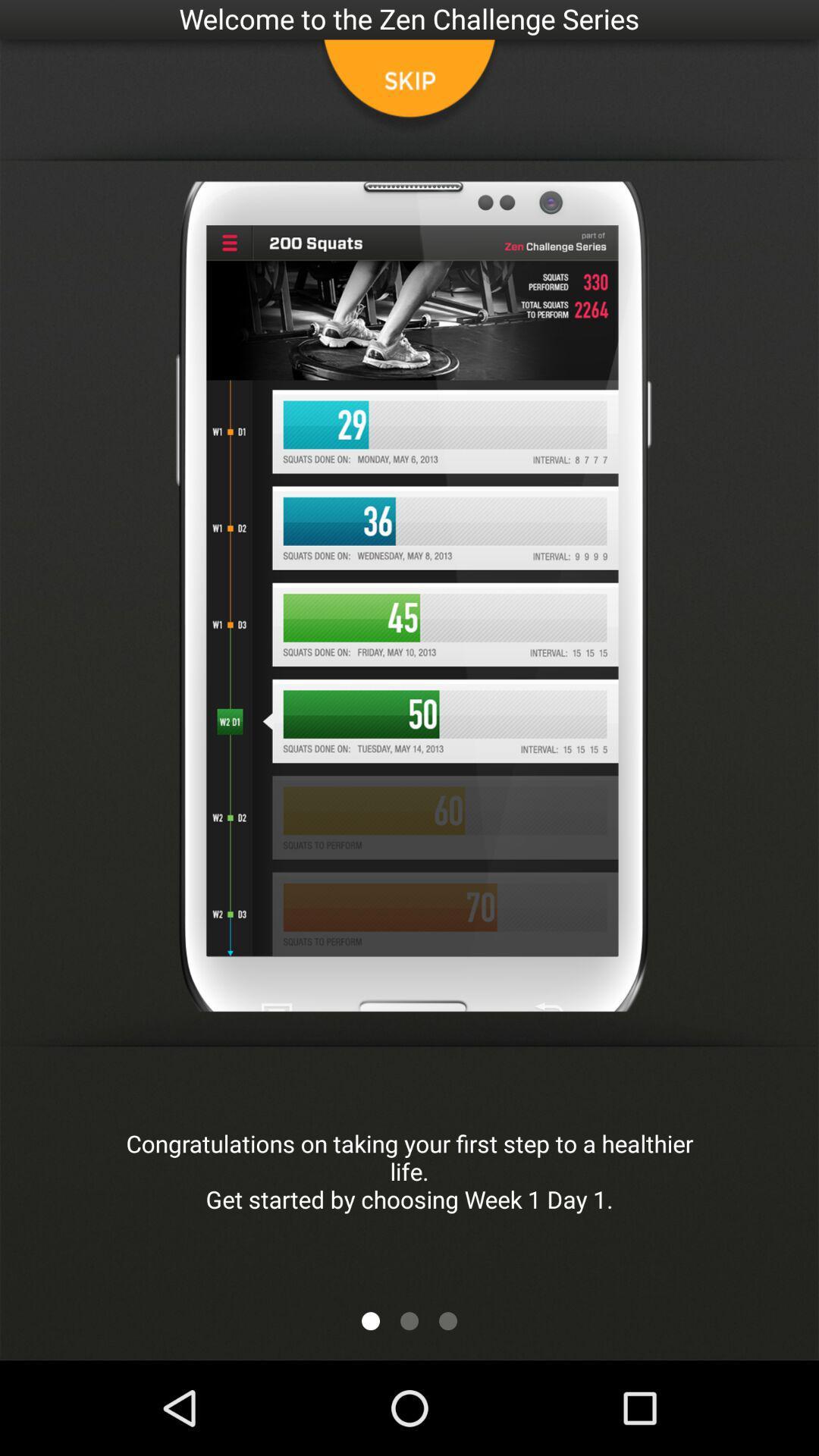  Describe the element at coordinates (409, 1320) in the screenshot. I see `the item below the congratulations on taking app` at that location.